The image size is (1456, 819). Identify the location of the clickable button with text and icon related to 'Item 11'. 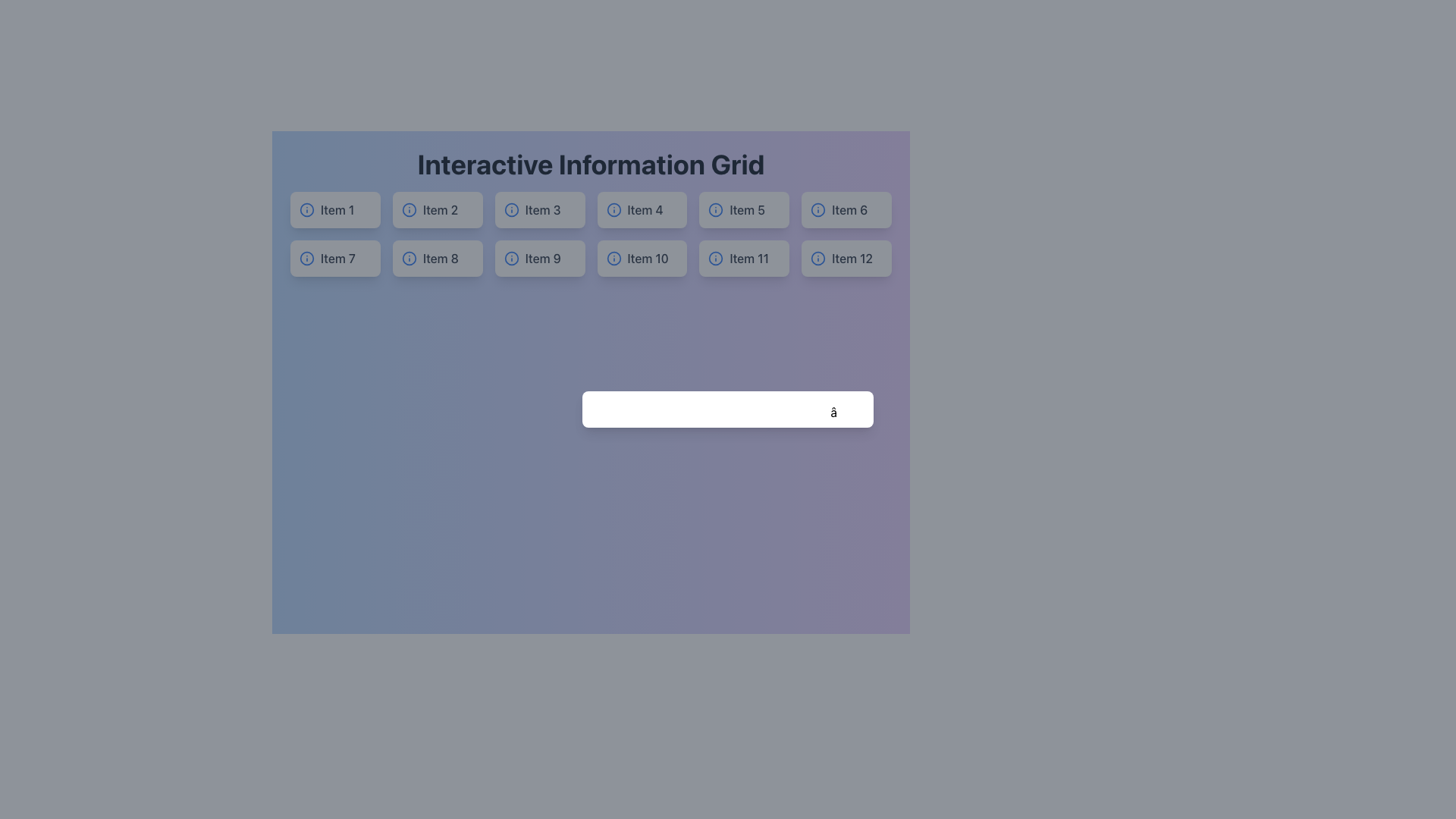
(744, 257).